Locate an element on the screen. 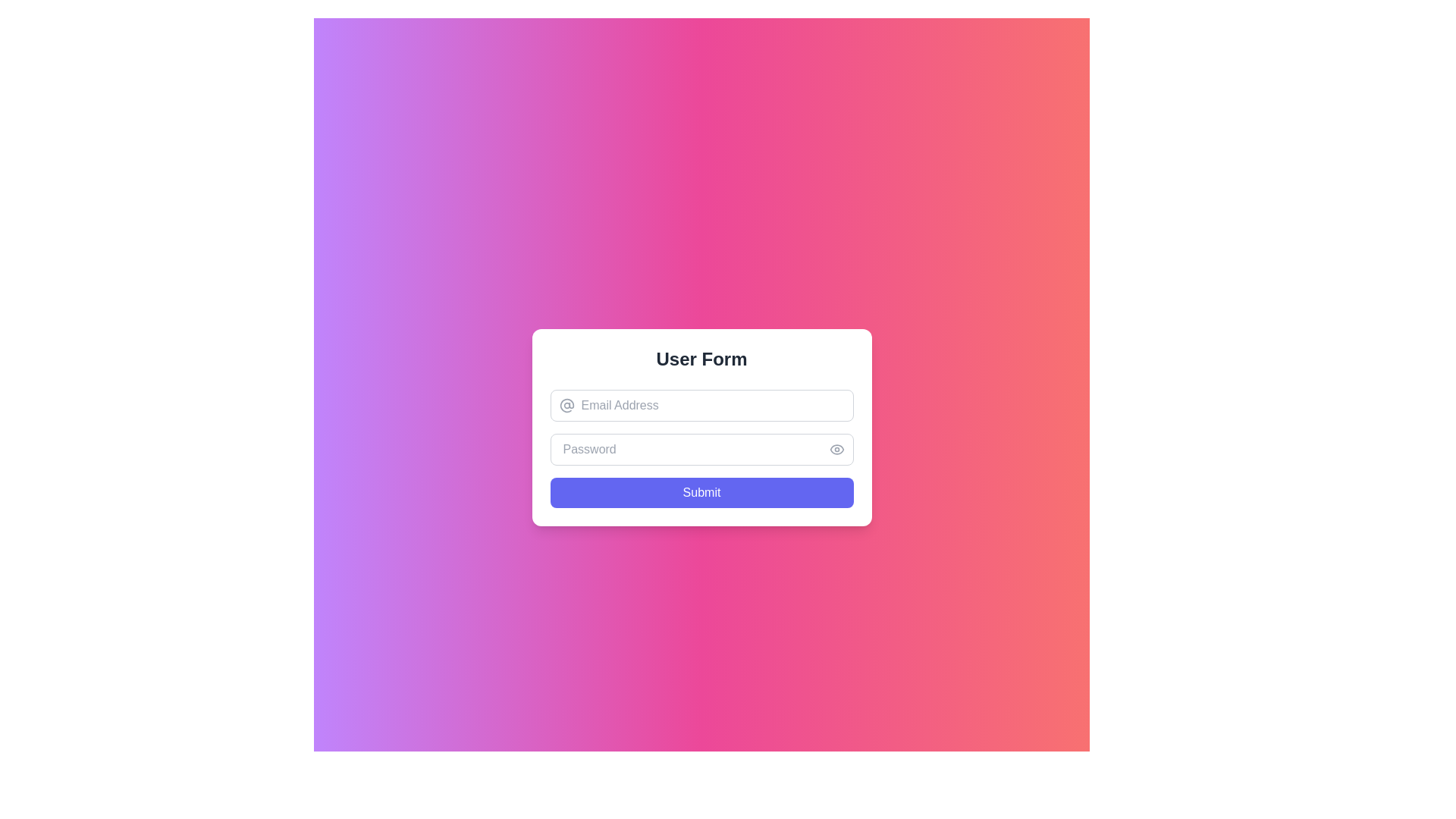 The width and height of the screenshot is (1456, 819). the circular '@' icon element, which is visually represented with a thin outline and gray color, located to the left of the email input field and aligned vertically centered with it is located at coordinates (566, 405).